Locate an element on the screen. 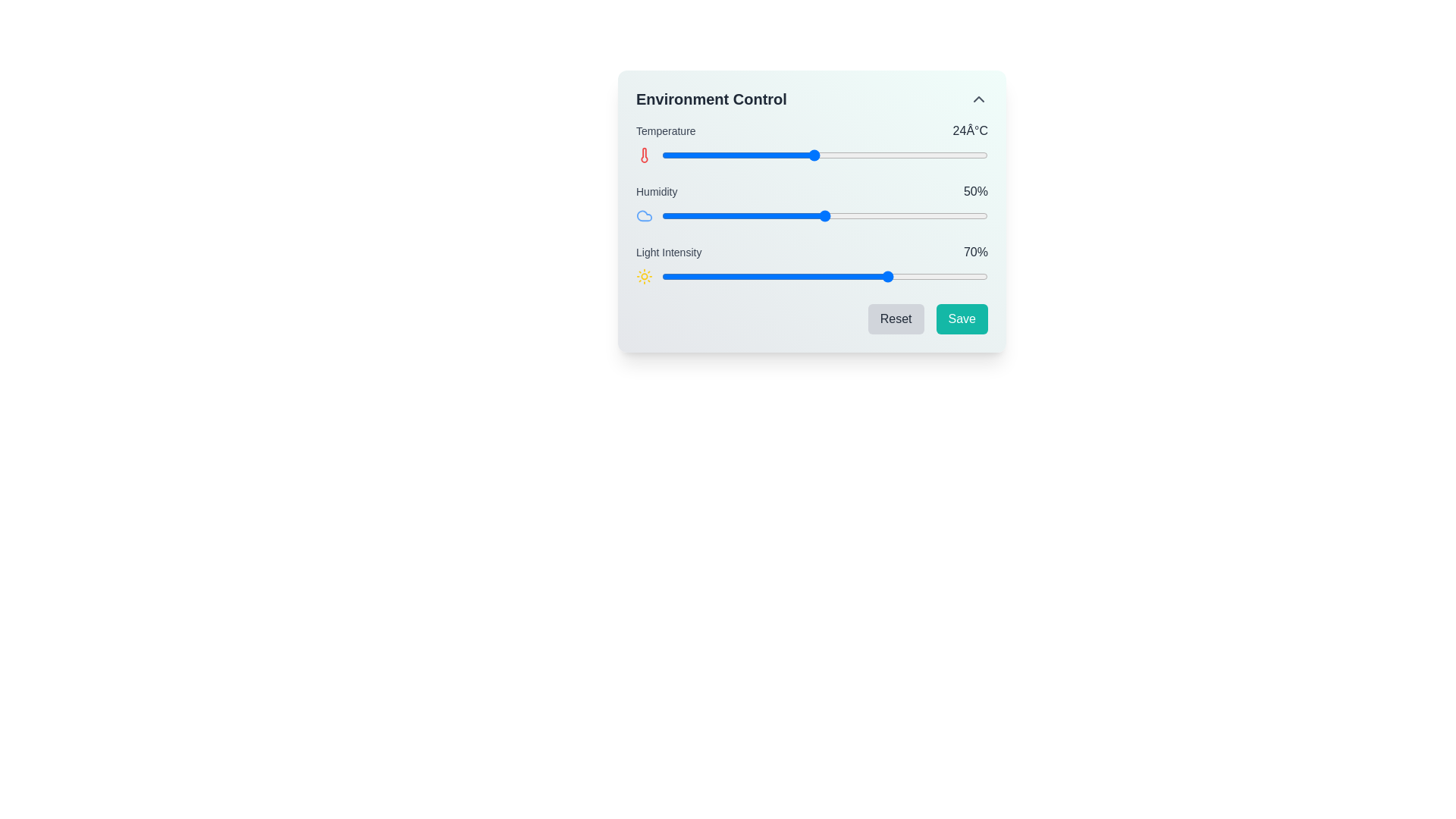  temperature is located at coordinates (879, 155).